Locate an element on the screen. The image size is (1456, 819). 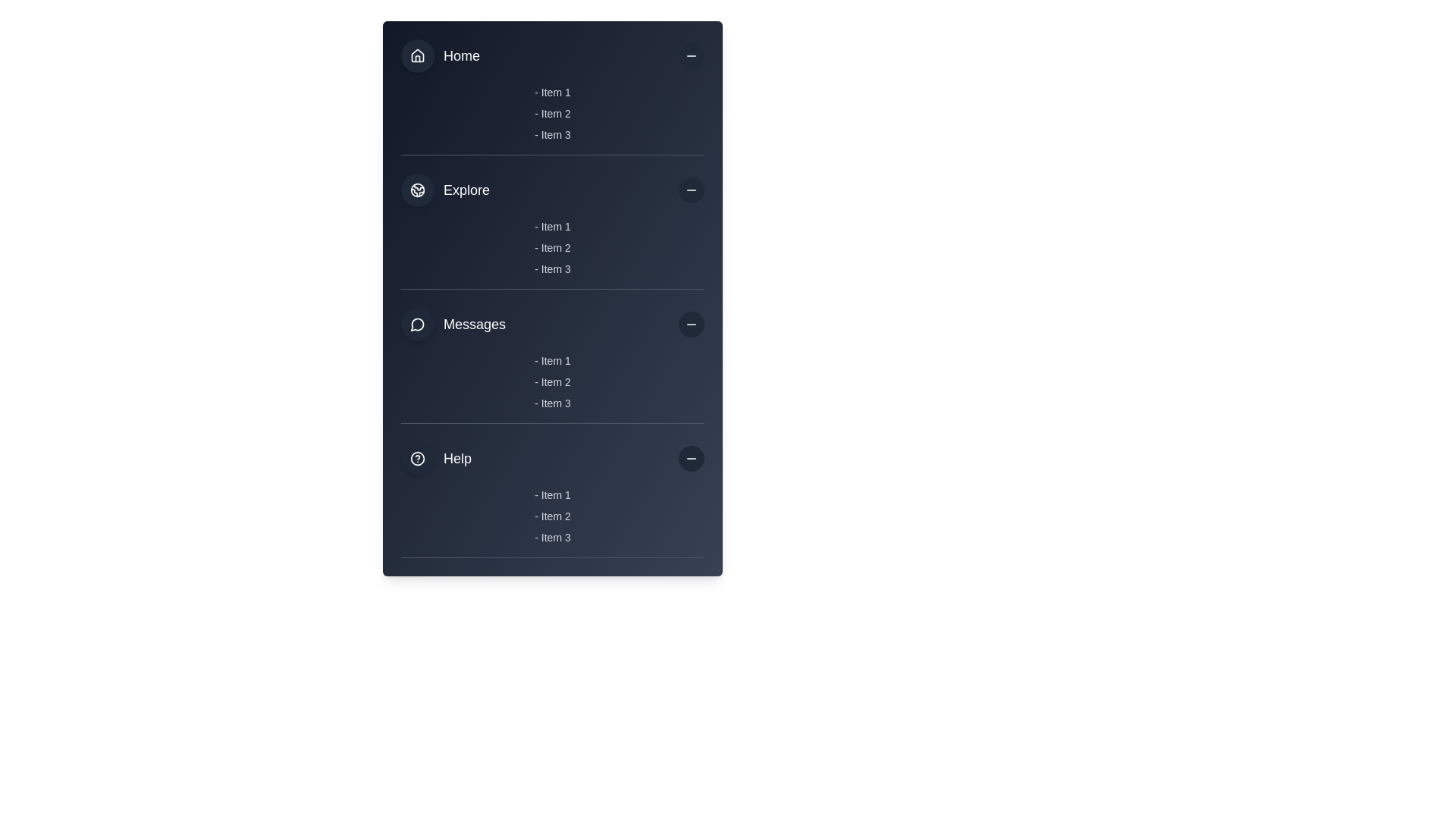
the 'Home' icon located at the top of the vertical menu layout, positioned to the left of the 'Home' label is located at coordinates (418, 55).